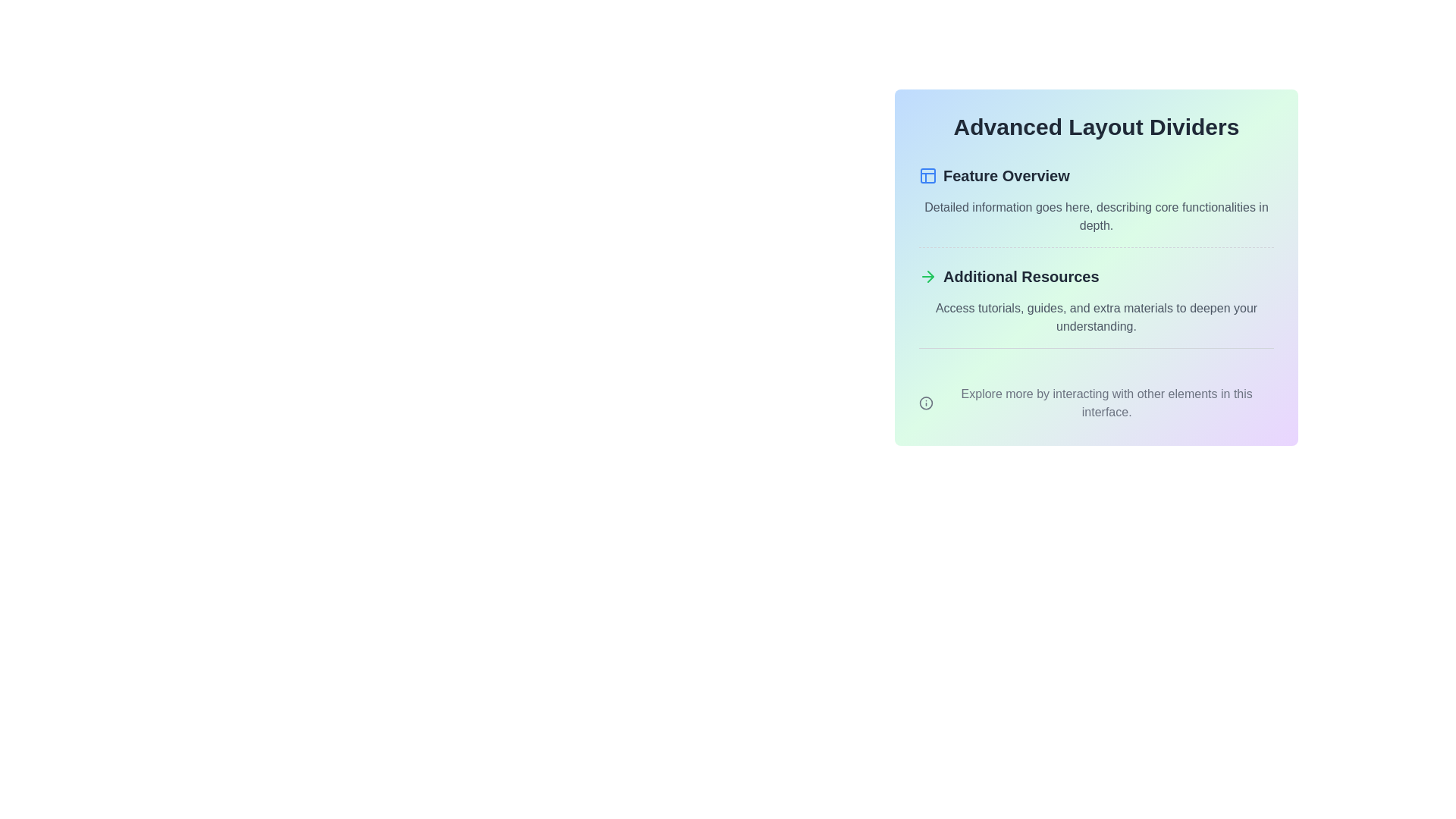 This screenshot has width=1456, height=819. What do you see at coordinates (1096, 277) in the screenshot?
I see `the 'Additional Resources' text element, which is styled with a bold dark font and has a green arrow pointing to it` at bounding box center [1096, 277].